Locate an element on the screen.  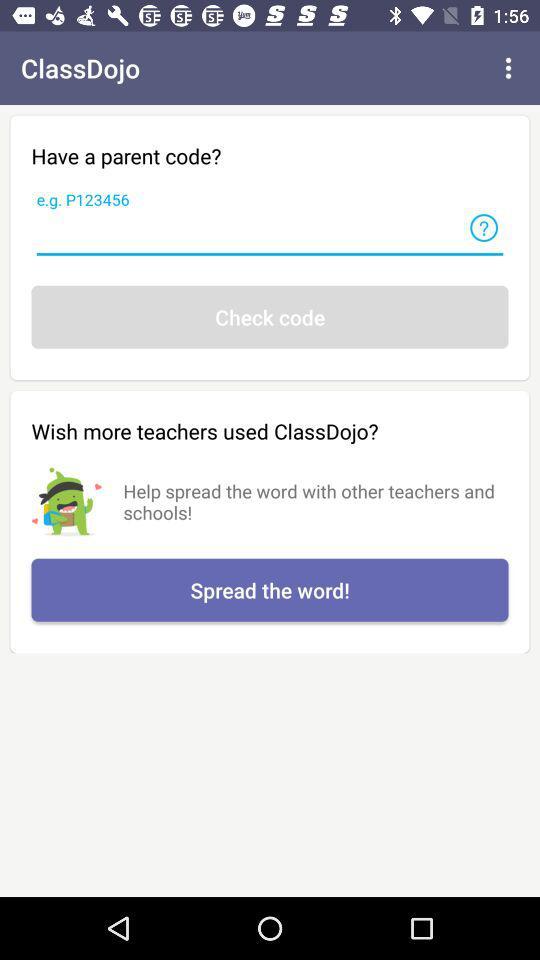
see menu options is located at coordinates (508, 68).